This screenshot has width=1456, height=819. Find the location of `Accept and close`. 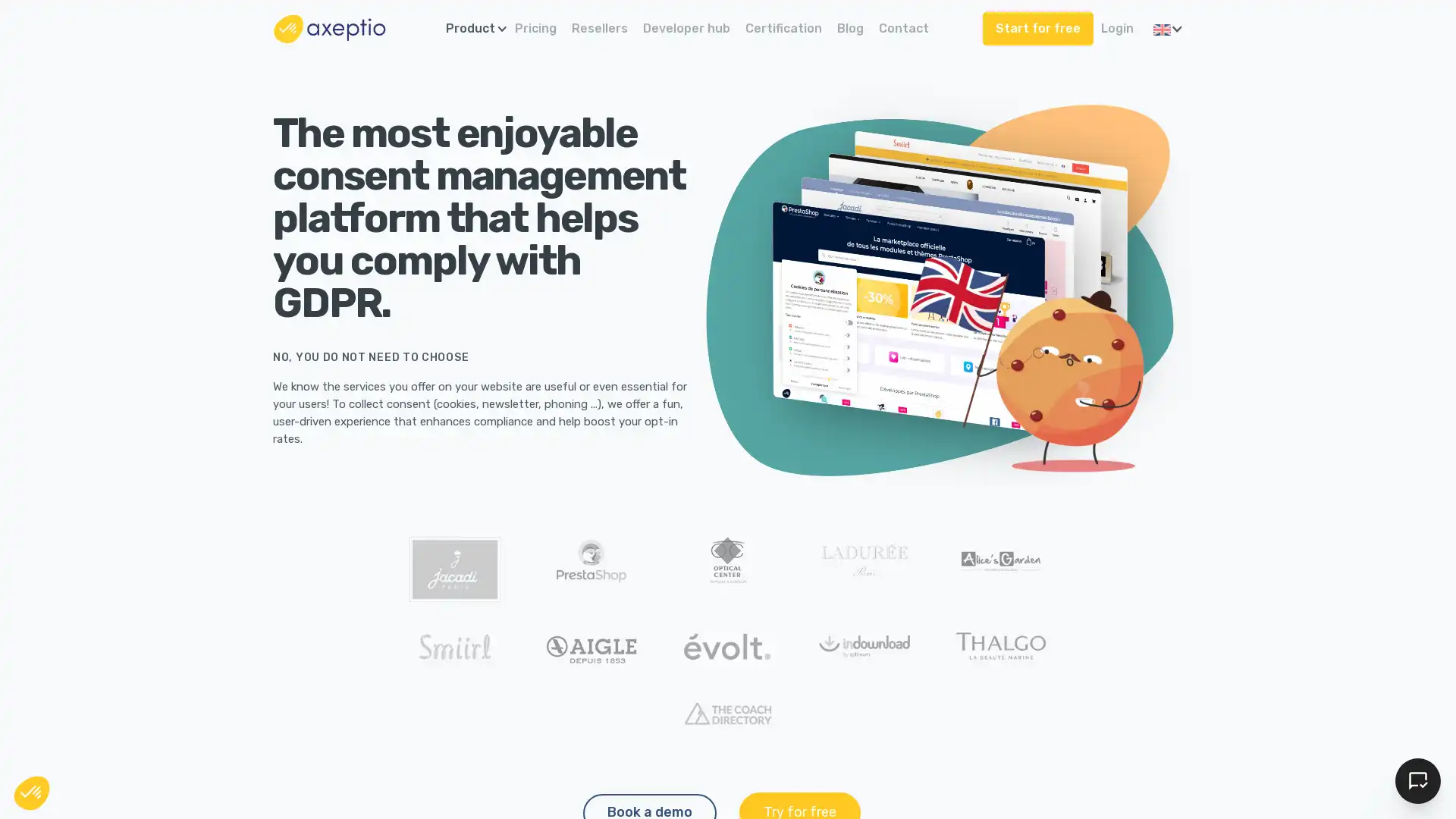

Accept and close is located at coordinates (280, 735).